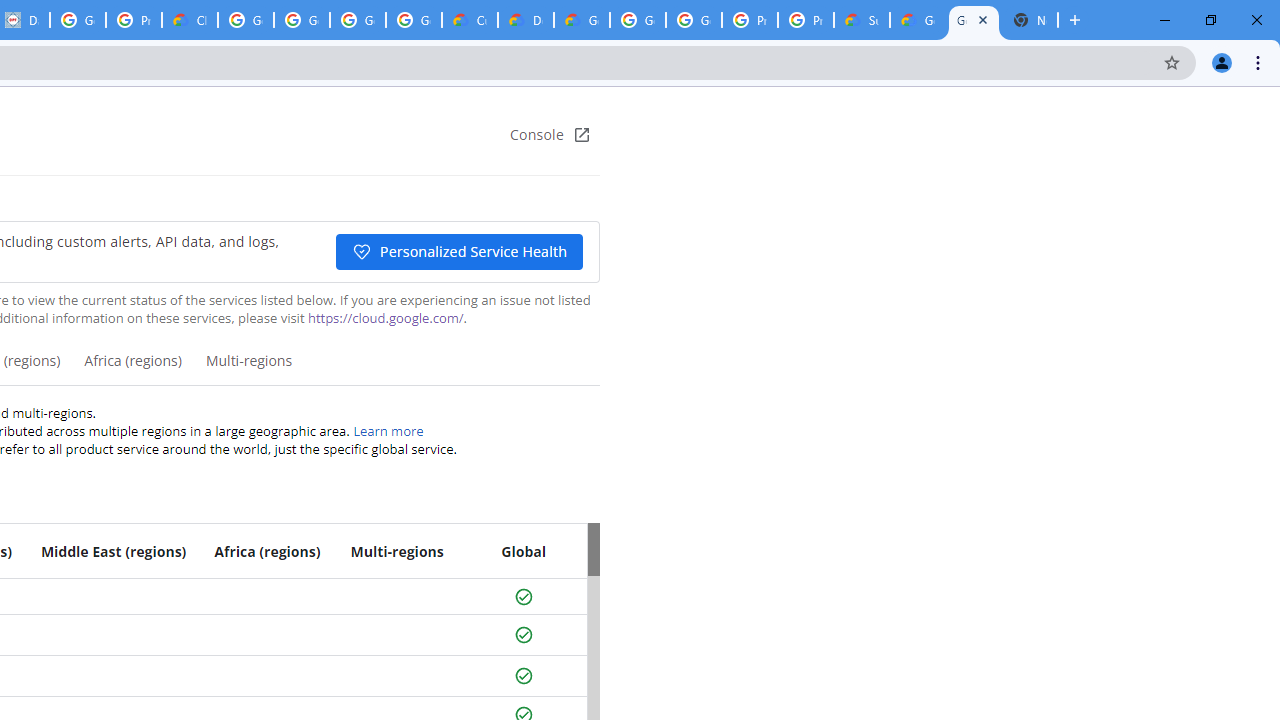  I want to click on 'Available status', so click(523, 675).